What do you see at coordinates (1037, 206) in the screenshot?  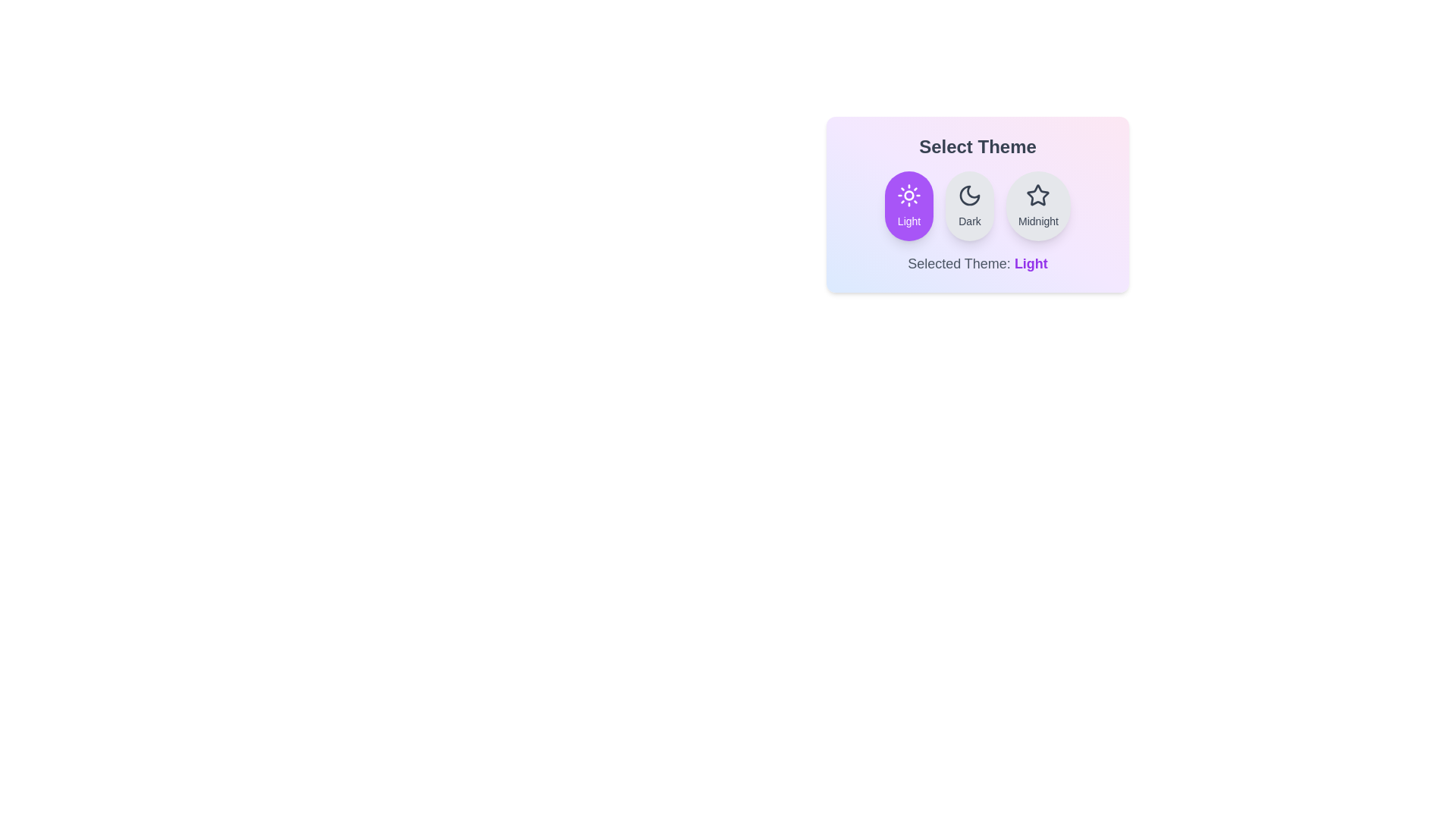 I see `the theme button corresponding to the desired theme: Midnight` at bounding box center [1037, 206].